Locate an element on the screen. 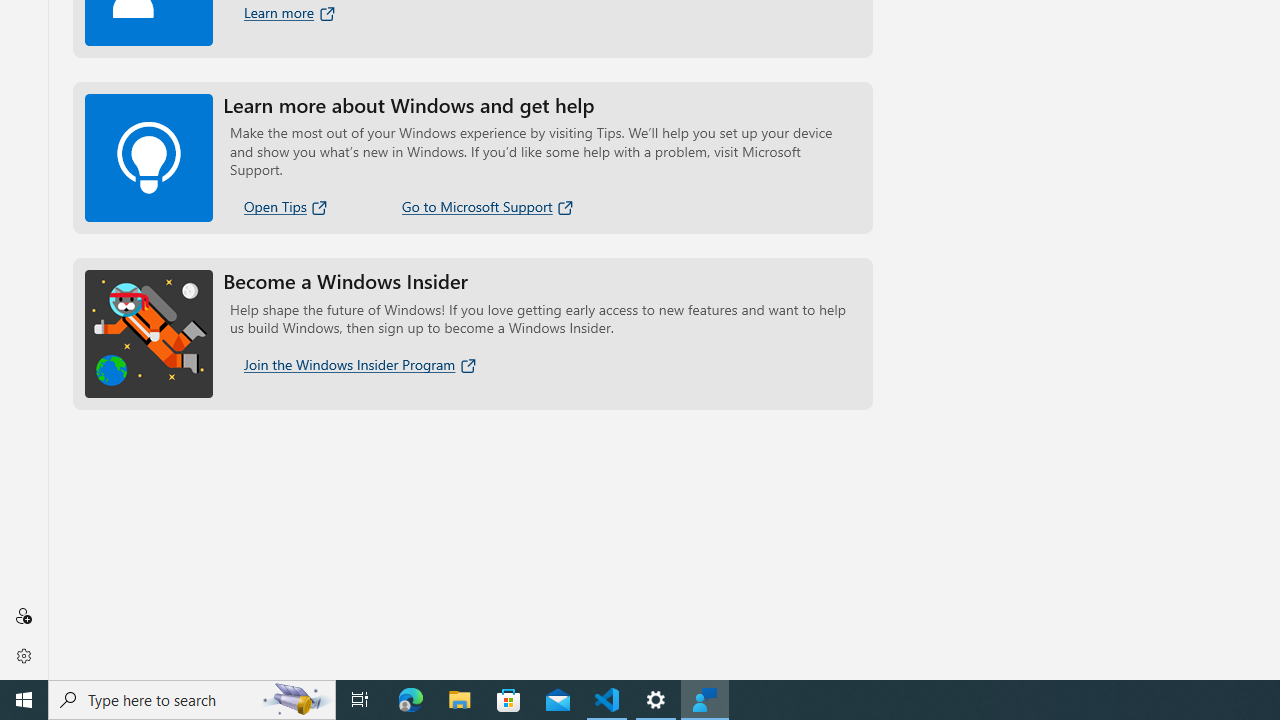  'Feedback Hub - 1 running window' is located at coordinates (705, 698).